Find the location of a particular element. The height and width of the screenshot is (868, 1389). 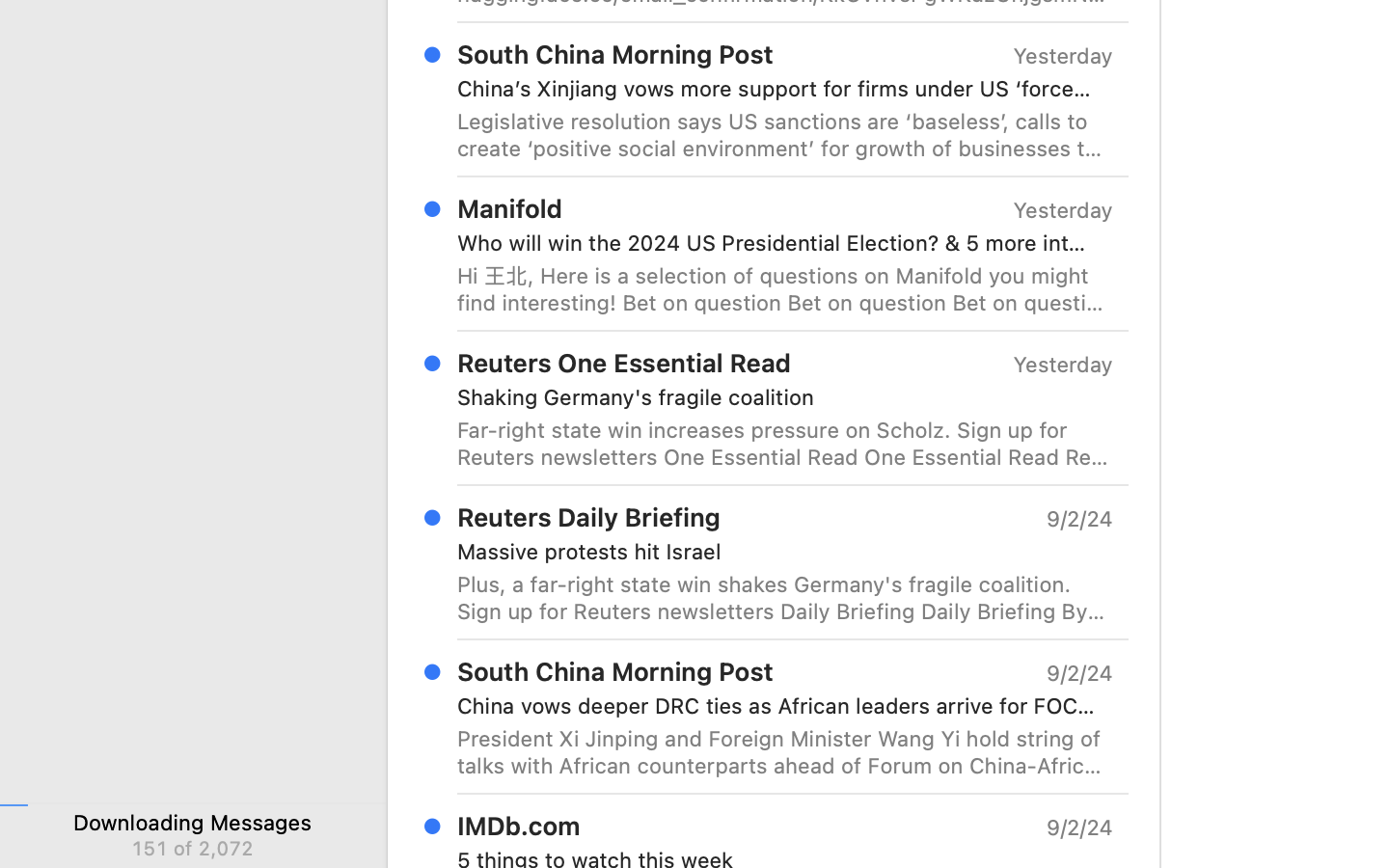

'Shaking Germany' is located at coordinates (776, 397).